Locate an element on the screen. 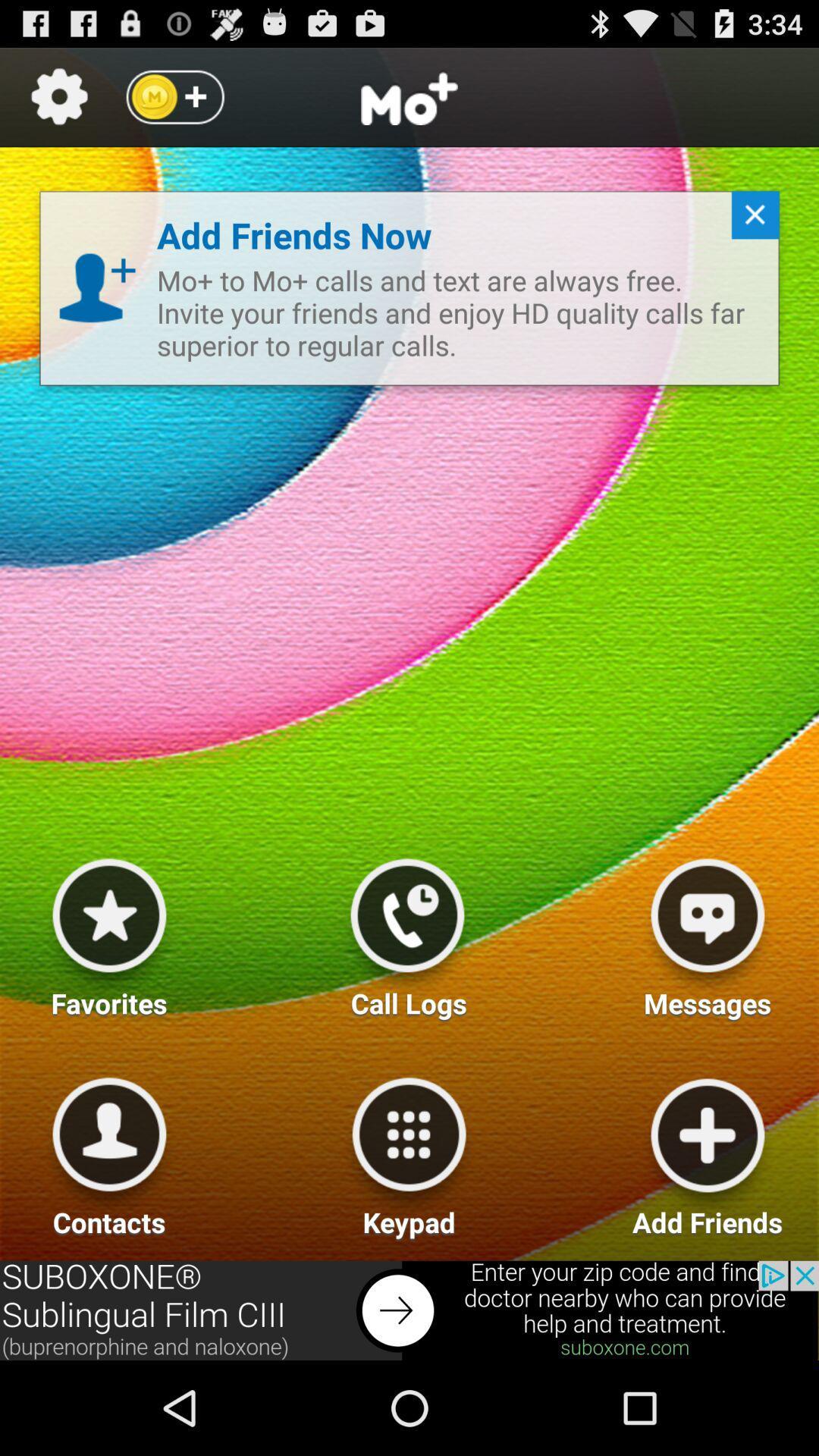 The width and height of the screenshot is (819, 1456). open contacts is located at coordinates (108, 1151).